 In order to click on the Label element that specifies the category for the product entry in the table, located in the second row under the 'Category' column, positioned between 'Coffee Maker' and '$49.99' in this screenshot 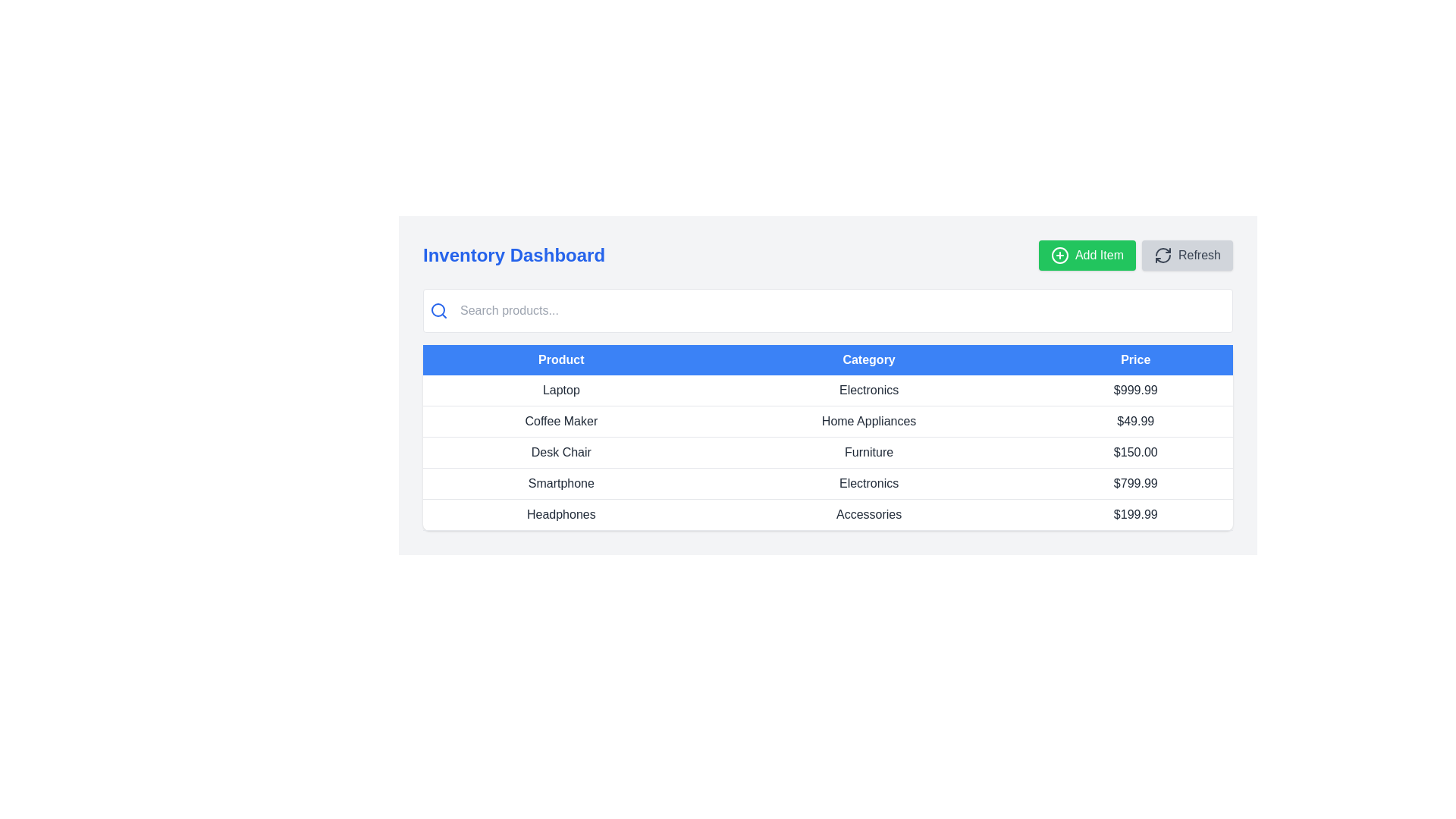, I will do `click(869, 421)`.